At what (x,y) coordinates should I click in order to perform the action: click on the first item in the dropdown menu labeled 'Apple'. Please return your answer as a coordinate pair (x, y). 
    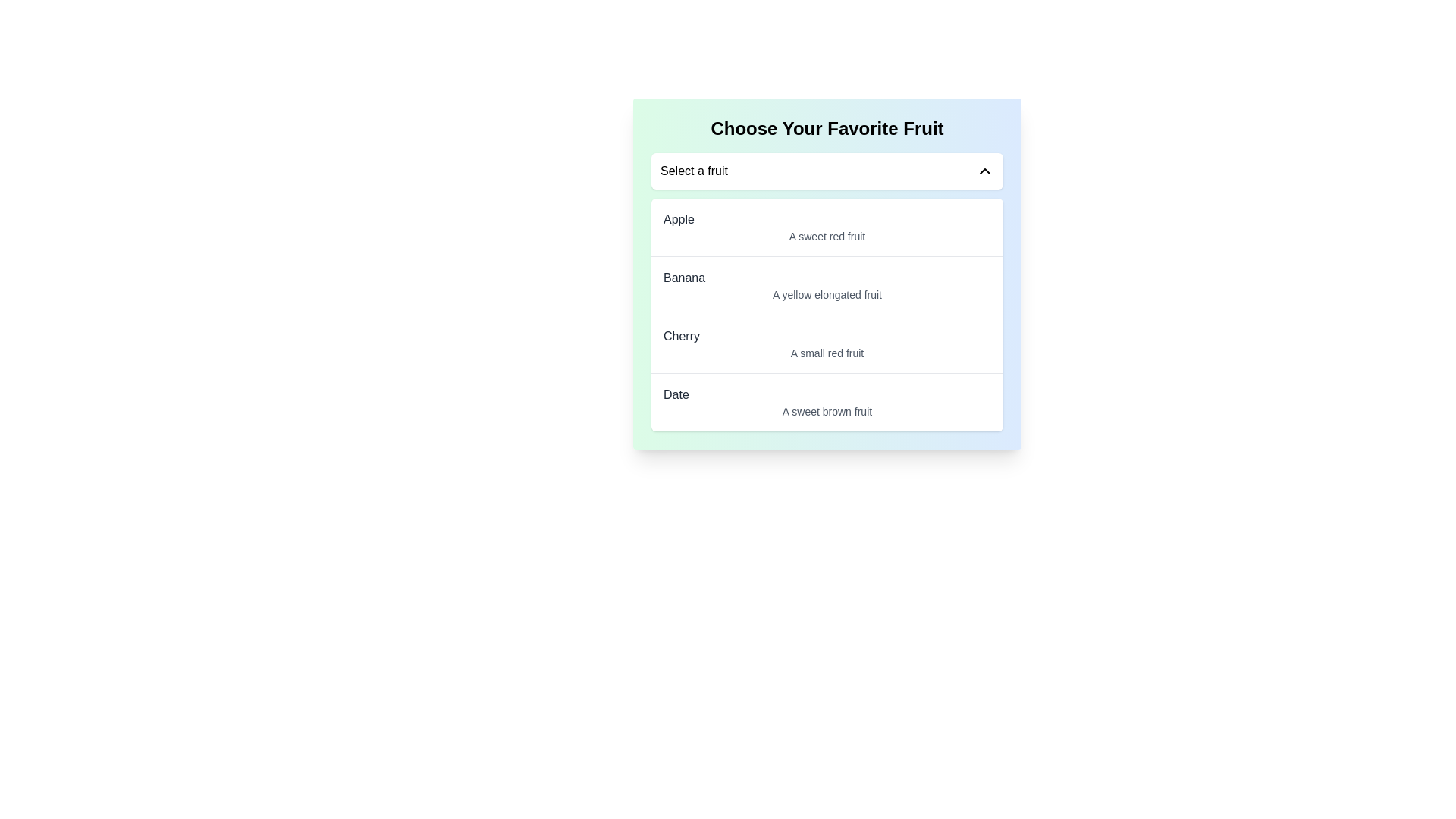
    Looking at the image, I should click on (826, 227).